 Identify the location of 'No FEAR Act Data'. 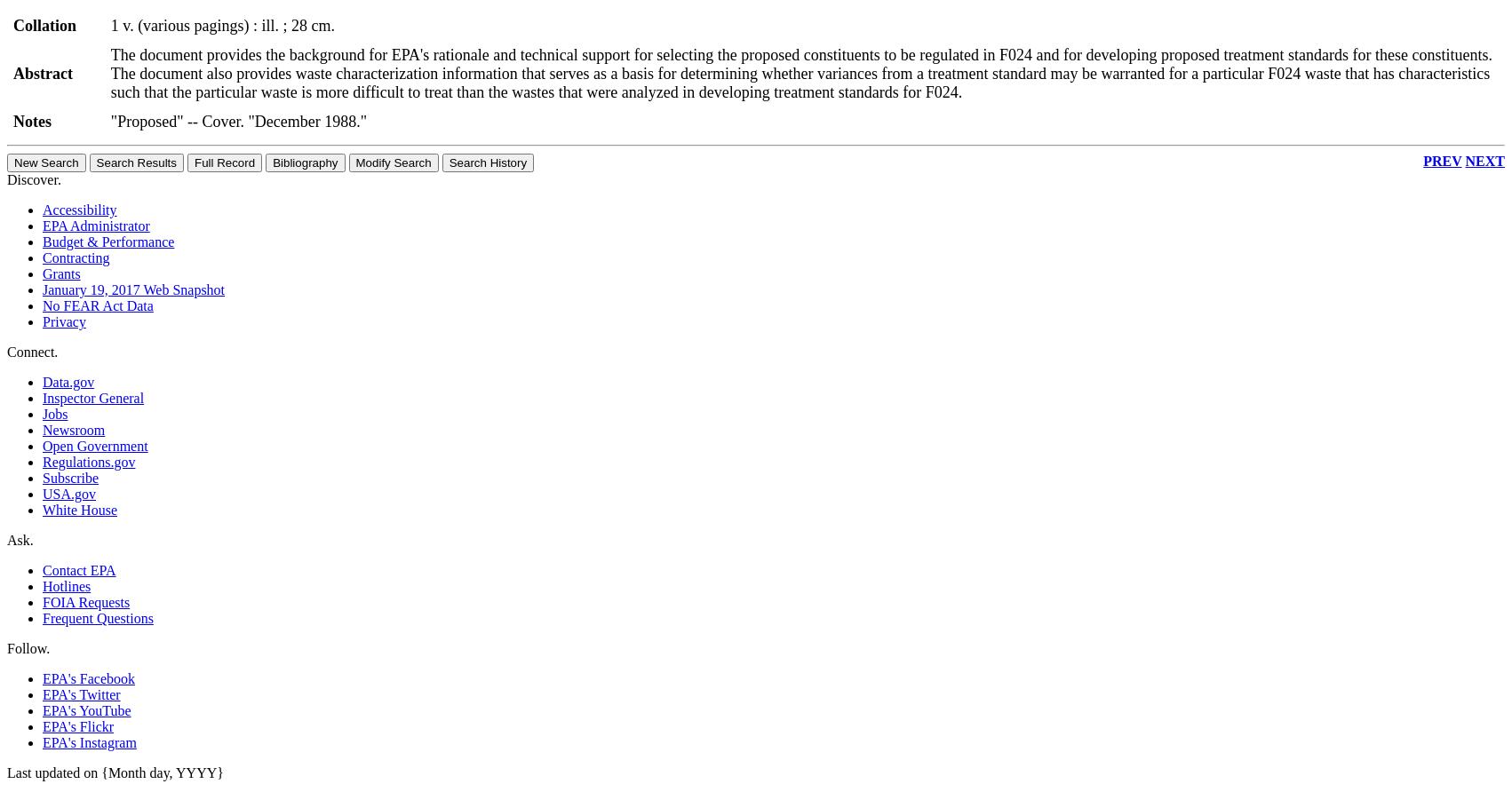
(97, 304).